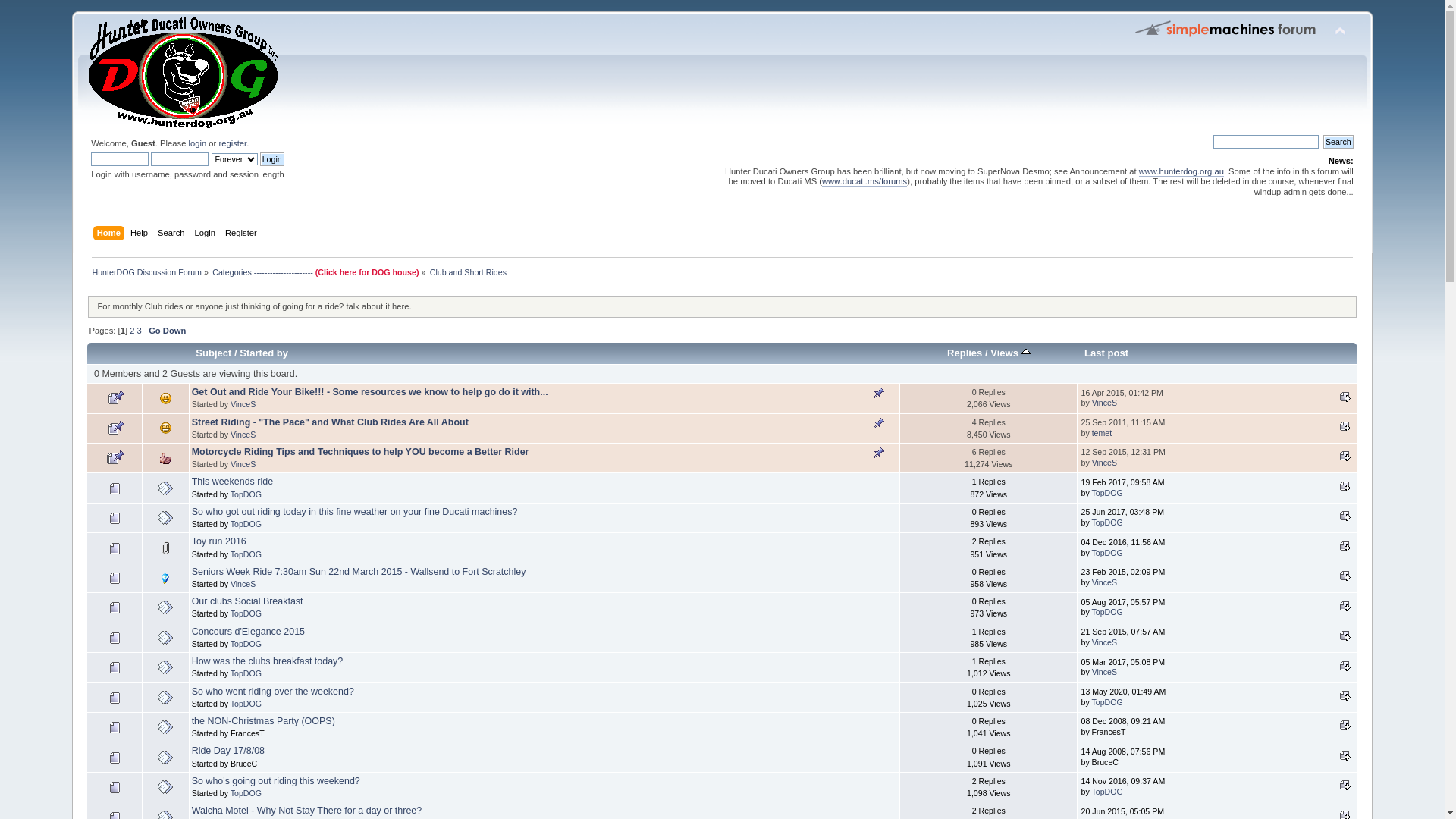  What do you see at coordinates (211, 271) in the screenshot?
I see `'Categories ---------------------- '` at bounding box center [211, 271].